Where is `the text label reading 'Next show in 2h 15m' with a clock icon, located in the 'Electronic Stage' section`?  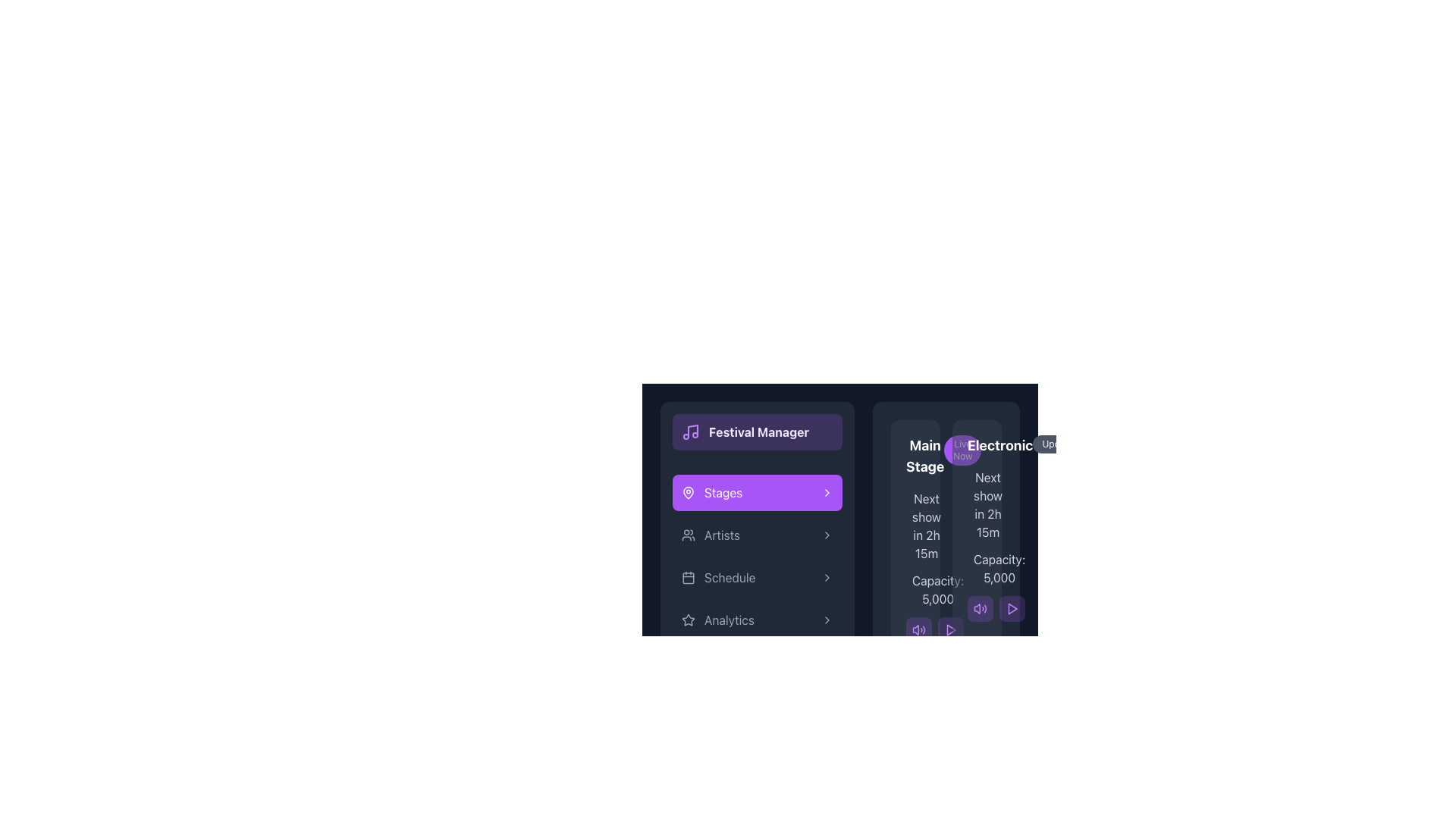
the text label reading 'Next show in 2h 15m' with a clock icon, located in the 'Electronic Stage' section is located at coordinates (977, 505).